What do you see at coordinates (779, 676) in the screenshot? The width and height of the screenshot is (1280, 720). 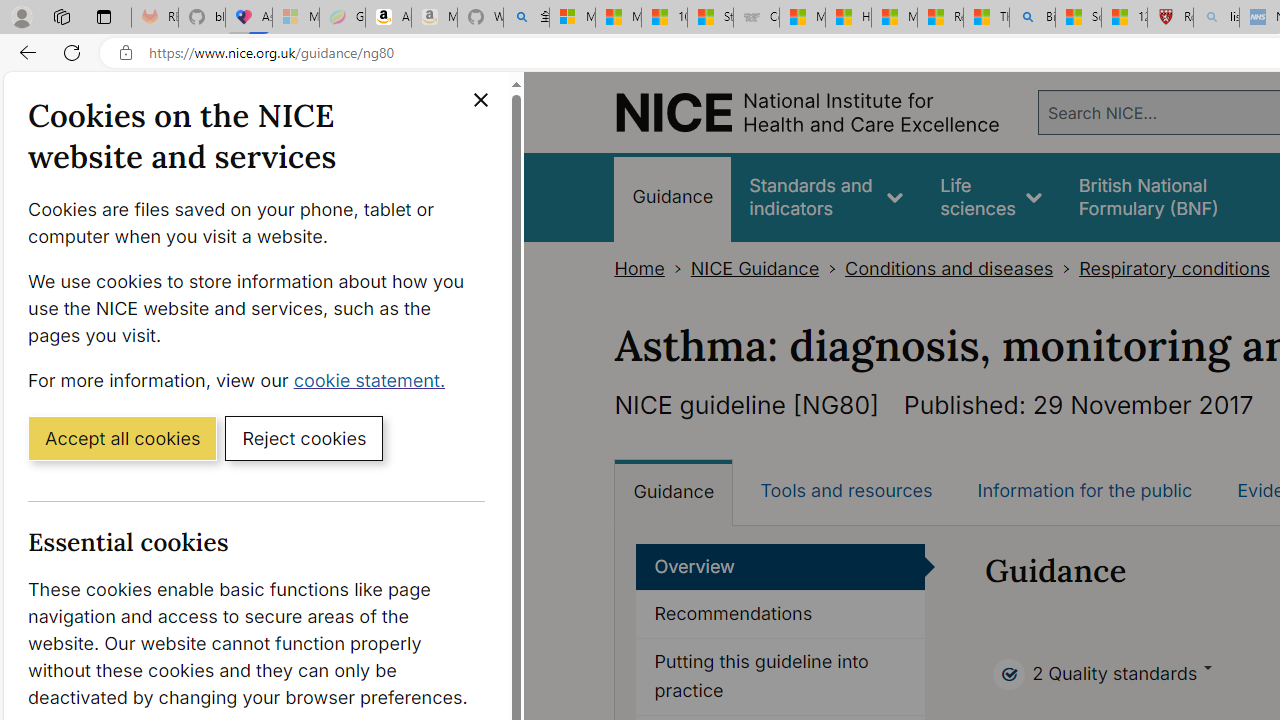 I see `'Putting this guideline into practice'` at bounding box center [779, 676].